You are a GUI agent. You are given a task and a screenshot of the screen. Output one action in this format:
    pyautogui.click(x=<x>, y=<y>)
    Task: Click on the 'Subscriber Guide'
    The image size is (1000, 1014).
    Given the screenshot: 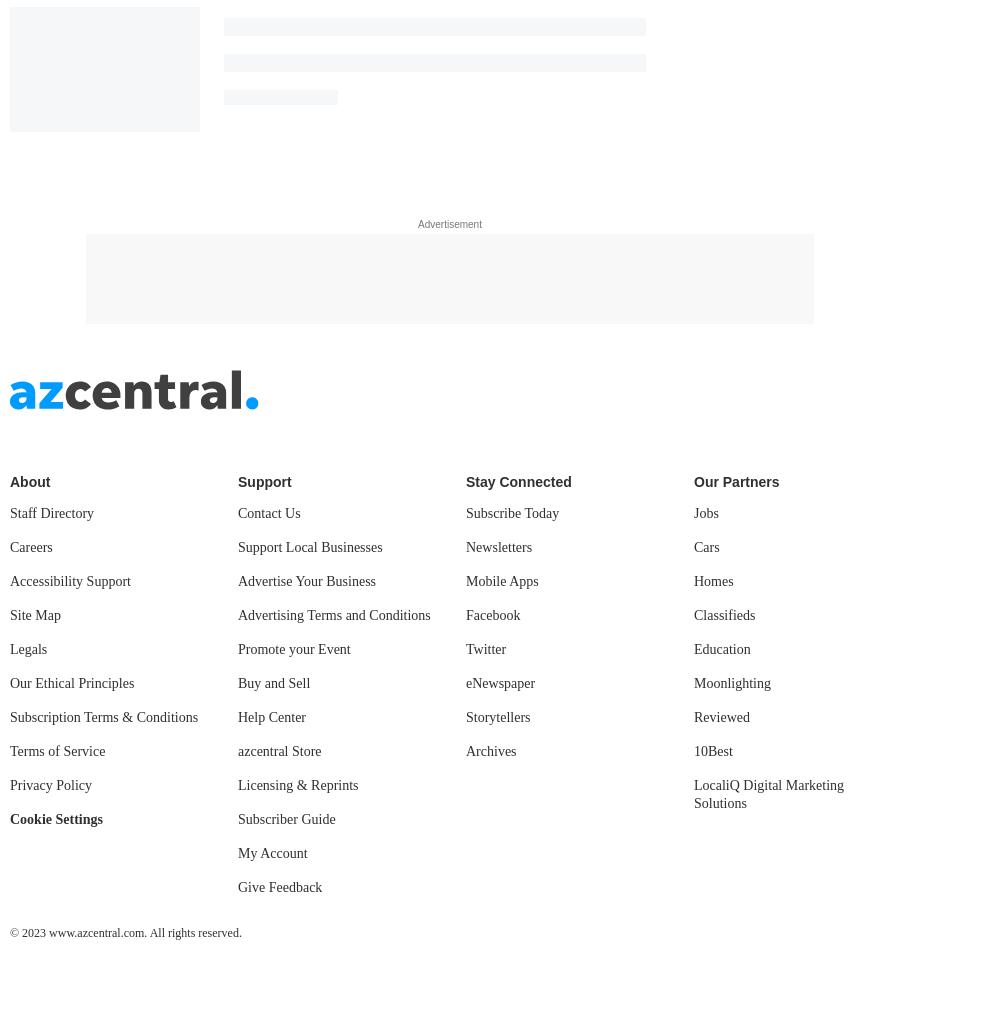 What is the action you would take?
    pyautogui.click(x=286, y=818)
    